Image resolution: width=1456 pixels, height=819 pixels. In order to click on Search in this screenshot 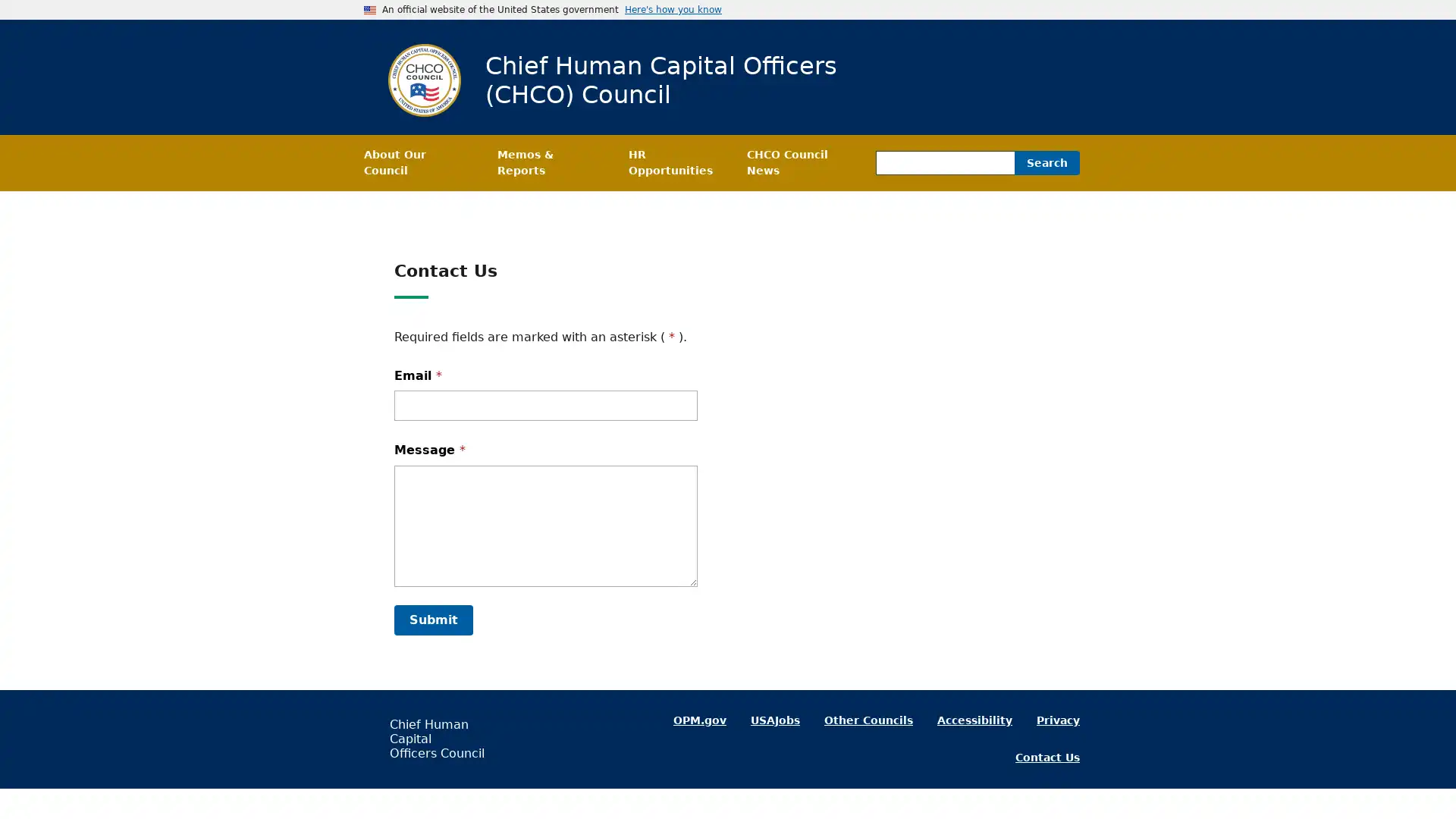, I will do `click(1046, 163)`.